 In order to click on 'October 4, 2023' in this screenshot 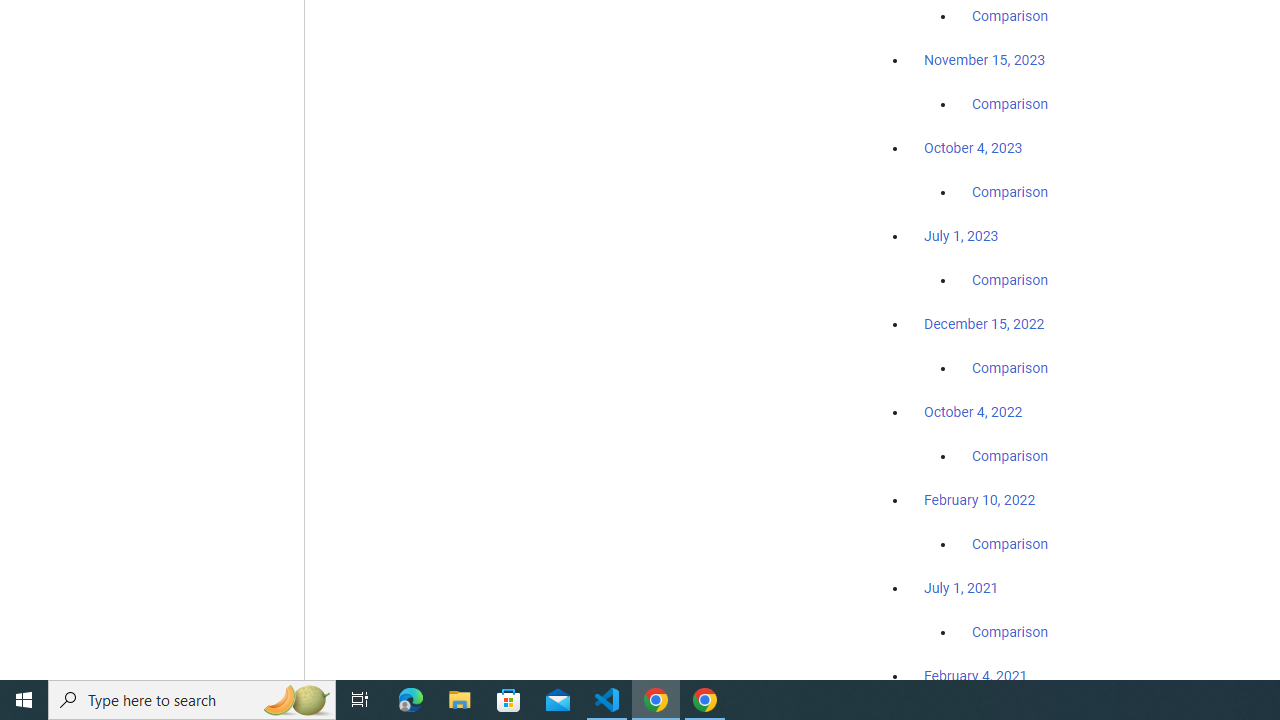, I will do `click(973, 147)`.